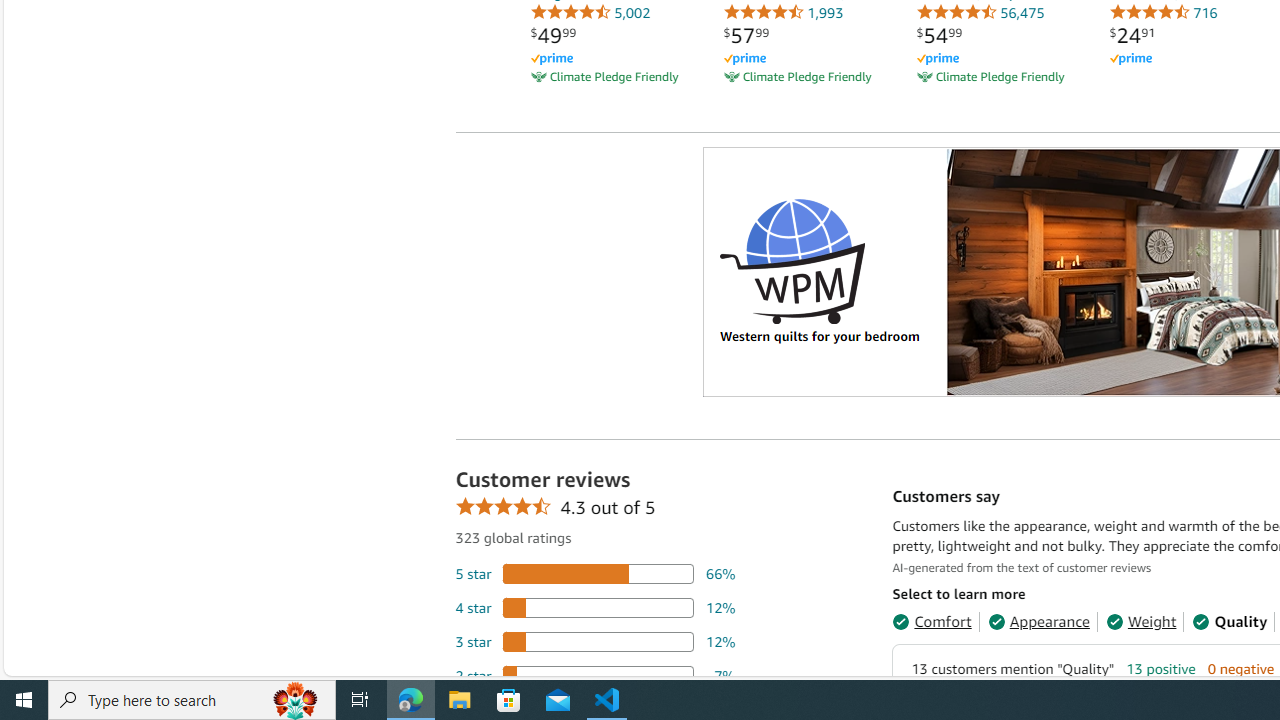 The width and height of the screenshot is (1280, 720). Describe the element at coordinates (1163, 12) in the screenshot. I see `'716'` at that location.